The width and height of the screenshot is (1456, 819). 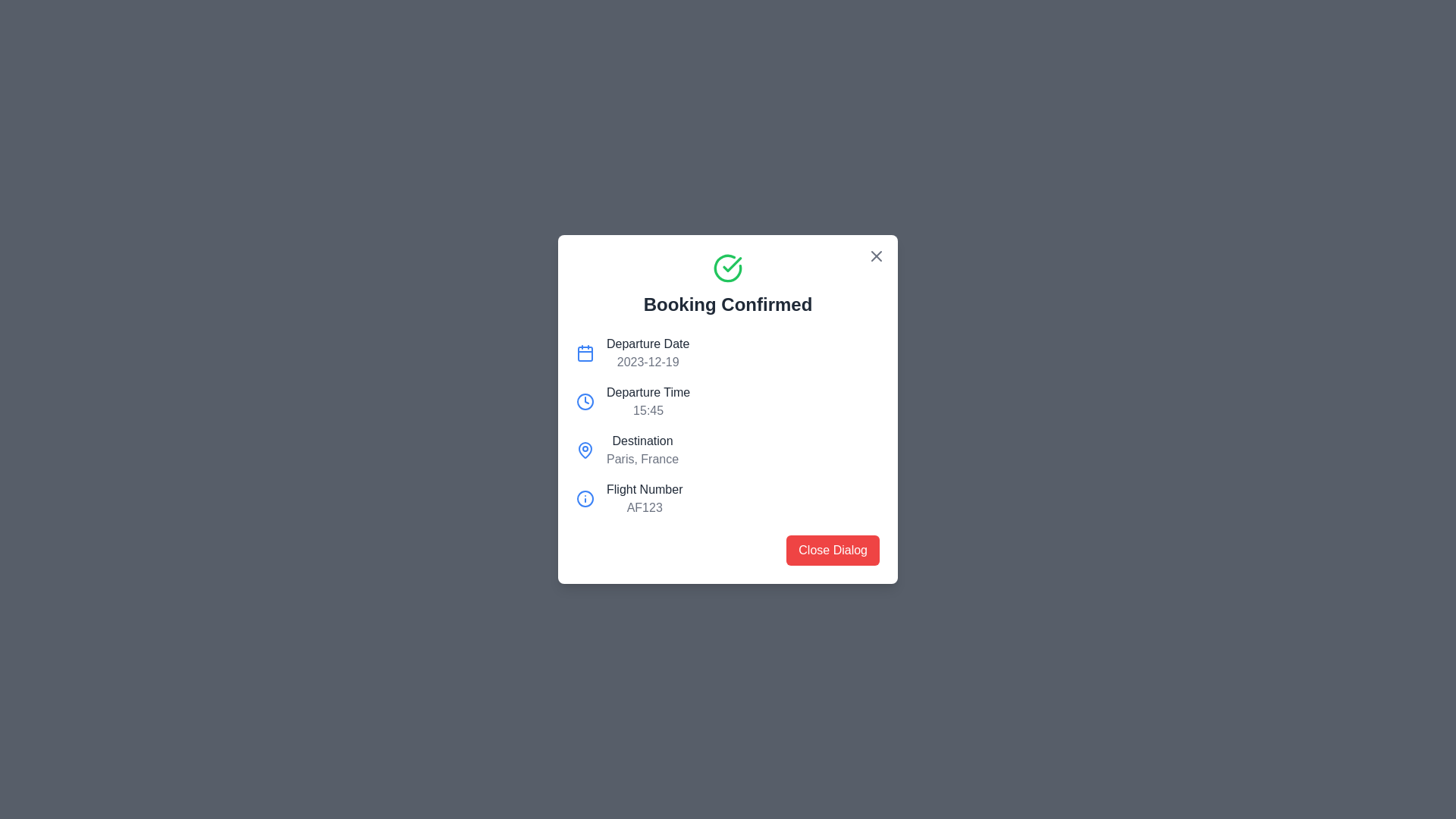 What do you see at coordinates (648, 344) in the screenshot?
I see `the static text label that identifies the departure date, located in the second row of the 'Booking Confirmed' dialog box, to the right of the calendar icon and above the date '2023-12-19'` at bounding box center [648, 344].